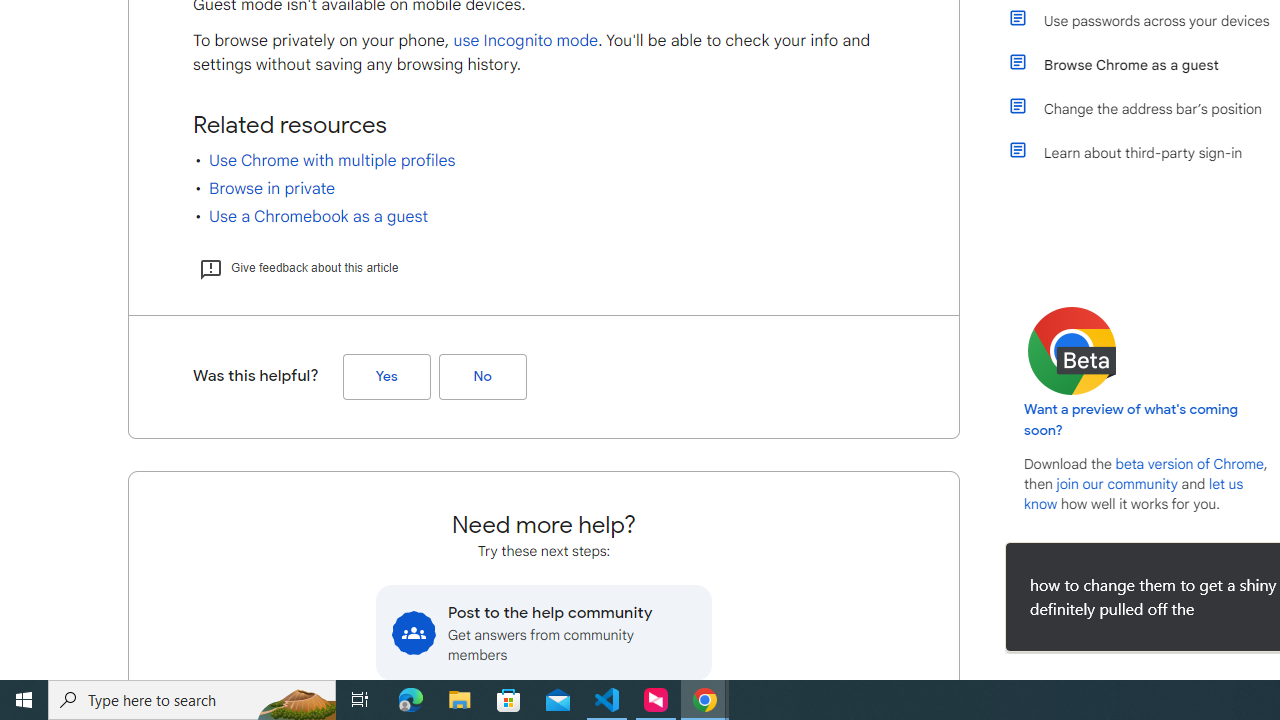 The height and width of the screenshot is (720, 1280). I want to click on 'Chrome Beta logo', so click(1071, 350).